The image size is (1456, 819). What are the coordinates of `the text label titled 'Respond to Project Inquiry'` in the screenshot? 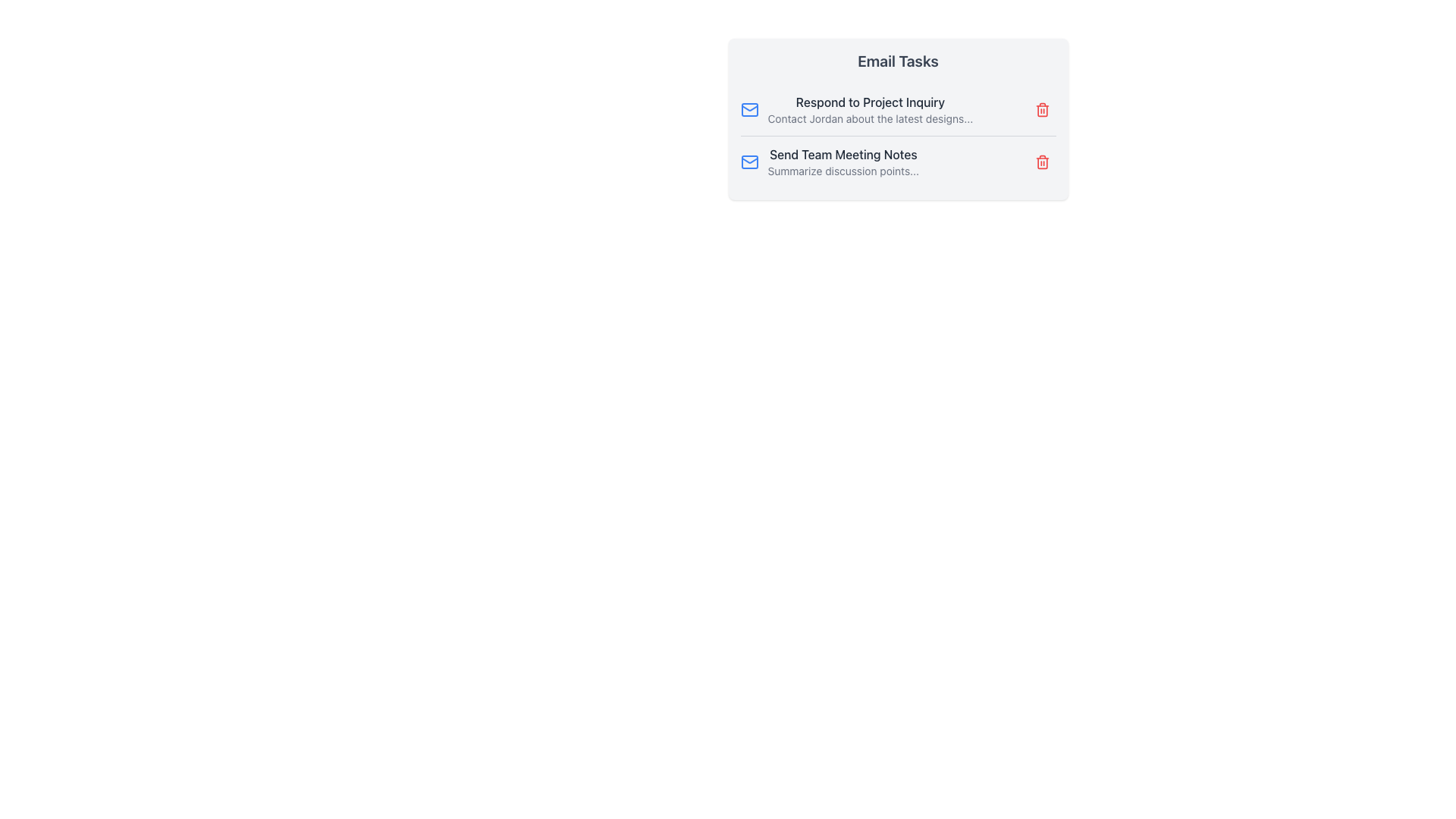 It's located at (870, 109).